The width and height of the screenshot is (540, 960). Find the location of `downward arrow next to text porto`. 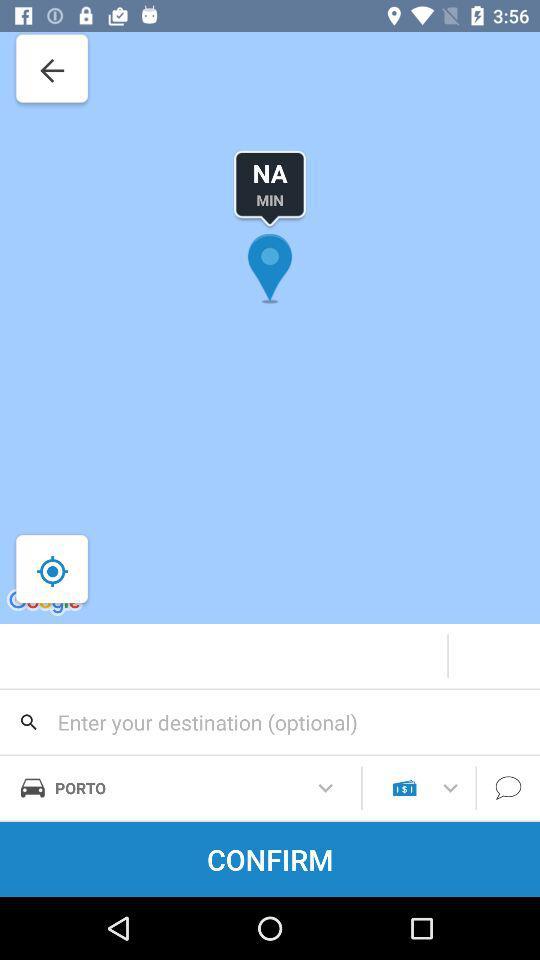

downward arrow next to text porto is located at coordinates (325, 788).